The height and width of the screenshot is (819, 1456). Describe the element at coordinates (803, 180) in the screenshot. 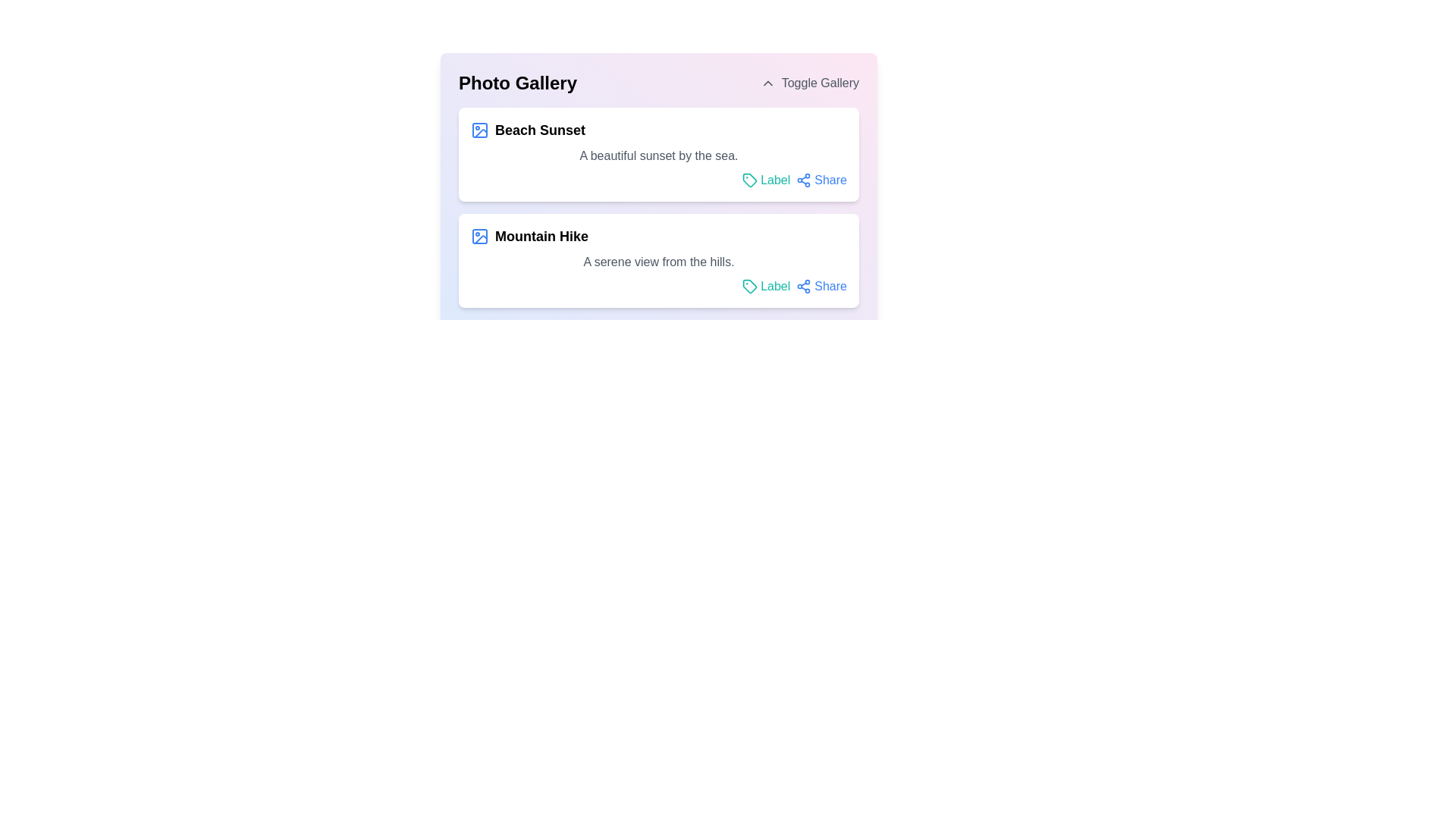

I see `the 'Share' icon located in the 'Beach Sunset' section of the 'Photo Gallery' interface to share the associated content` at that location.